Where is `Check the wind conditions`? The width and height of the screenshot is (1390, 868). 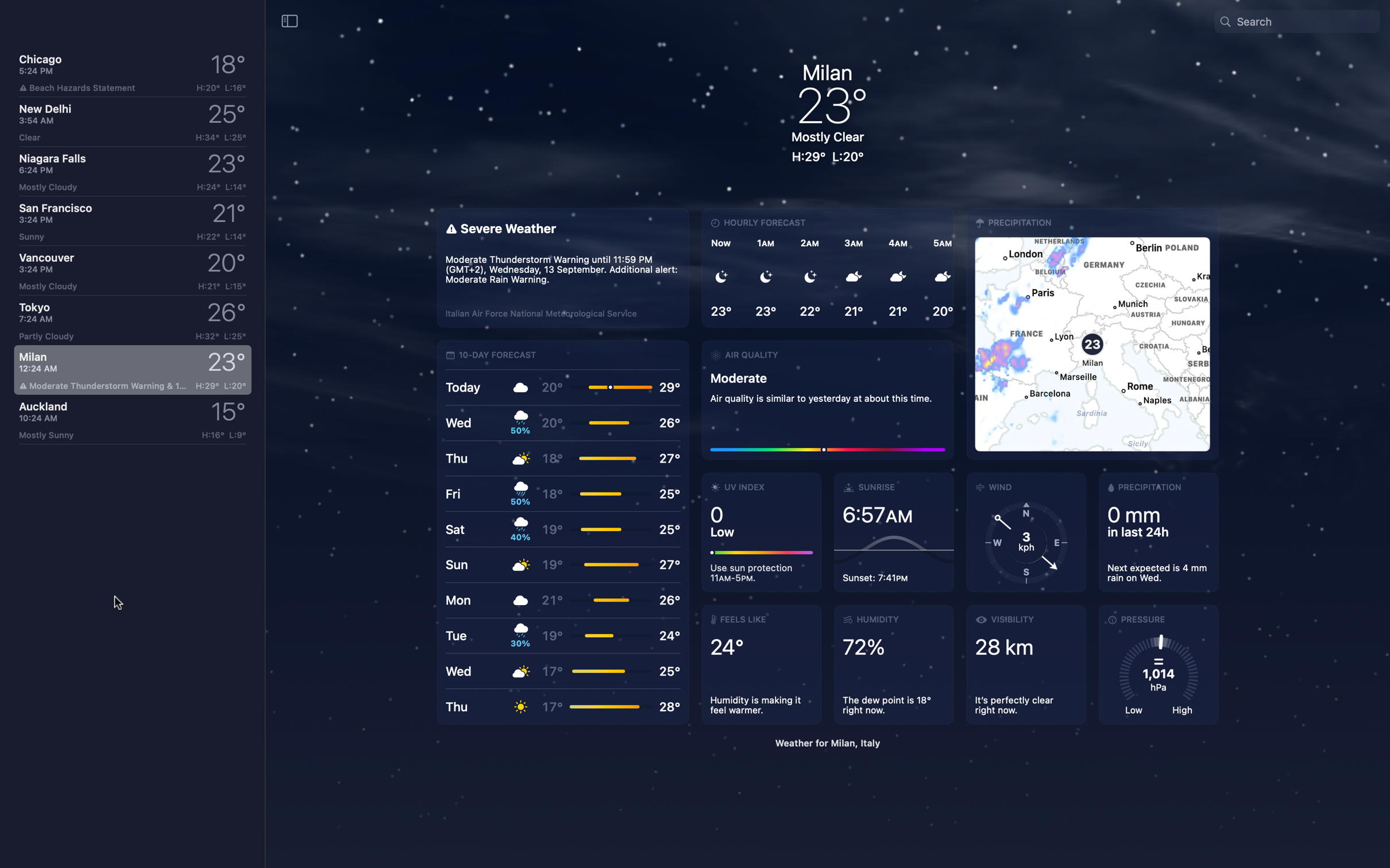
Check the wind conditions is located at coordinates (1025, 532).